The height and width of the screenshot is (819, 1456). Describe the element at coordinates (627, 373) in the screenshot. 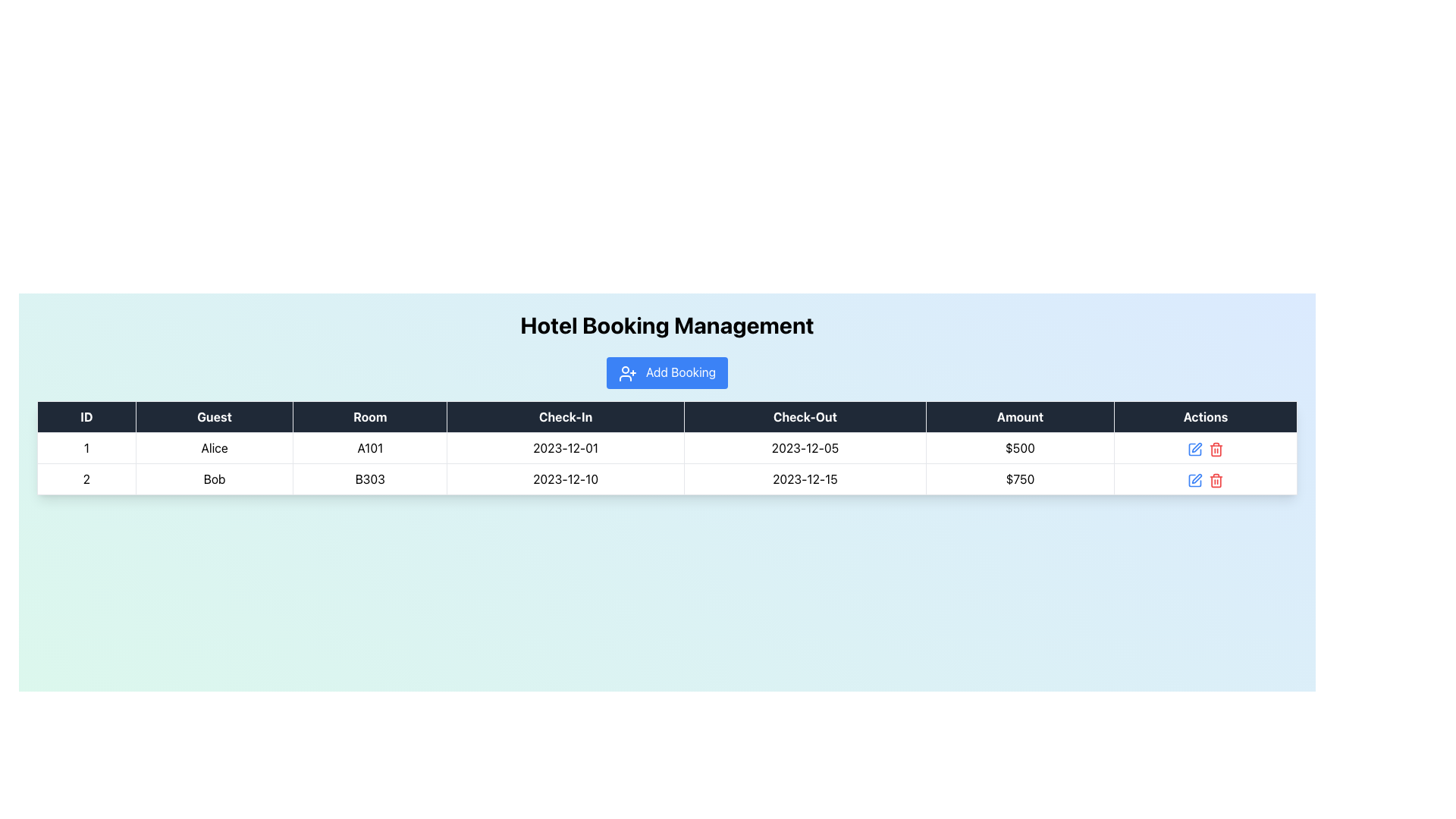

I see `the decorative icon located within the 'Add Booking' button, positioned to the left of the text label` at that location.